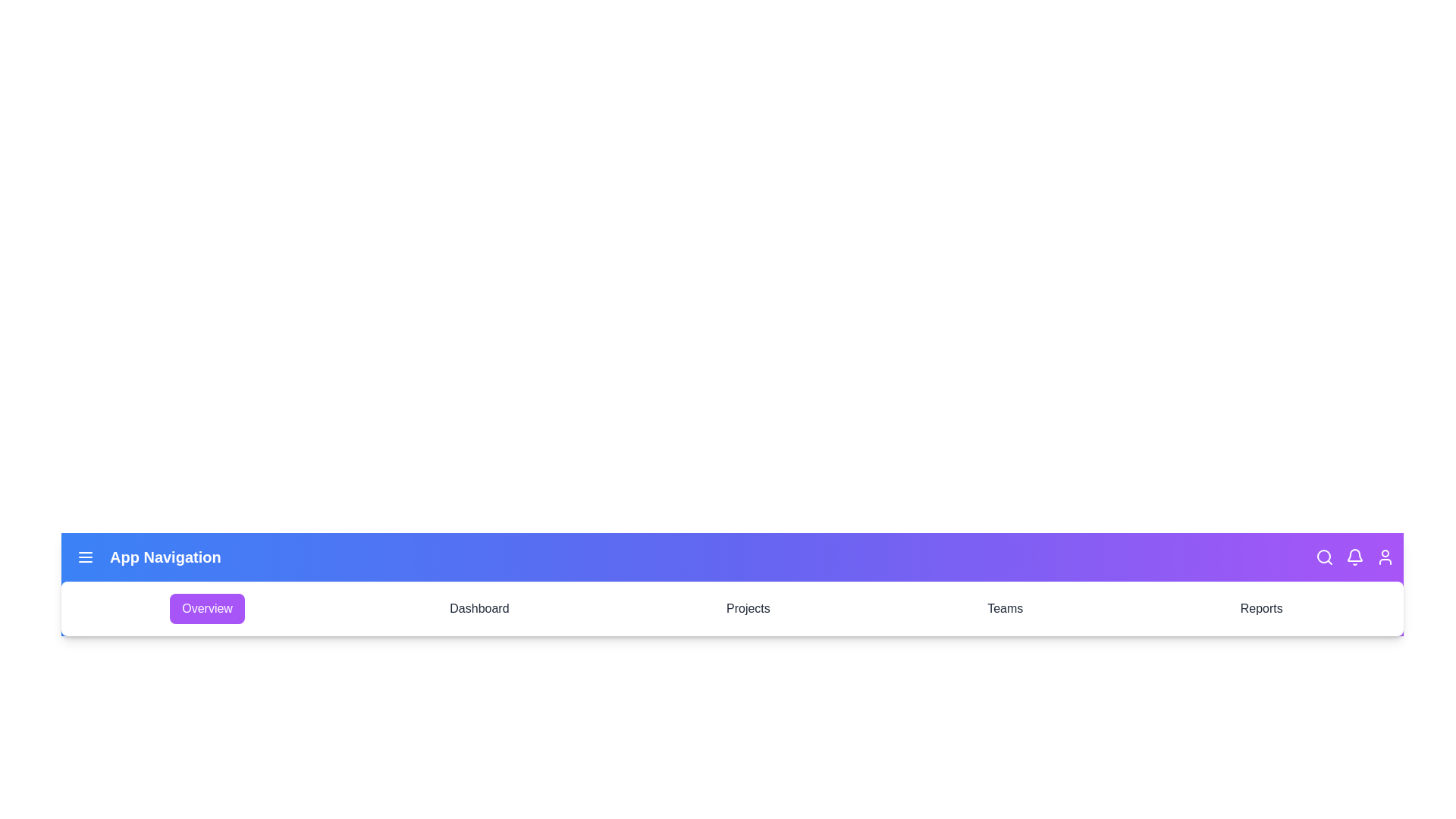 This screenshot has height=819, width=1456. Describe the element at coordinates (1005, 607) in the screenshot. I see `the Teams tab to navigate to it` at that location.